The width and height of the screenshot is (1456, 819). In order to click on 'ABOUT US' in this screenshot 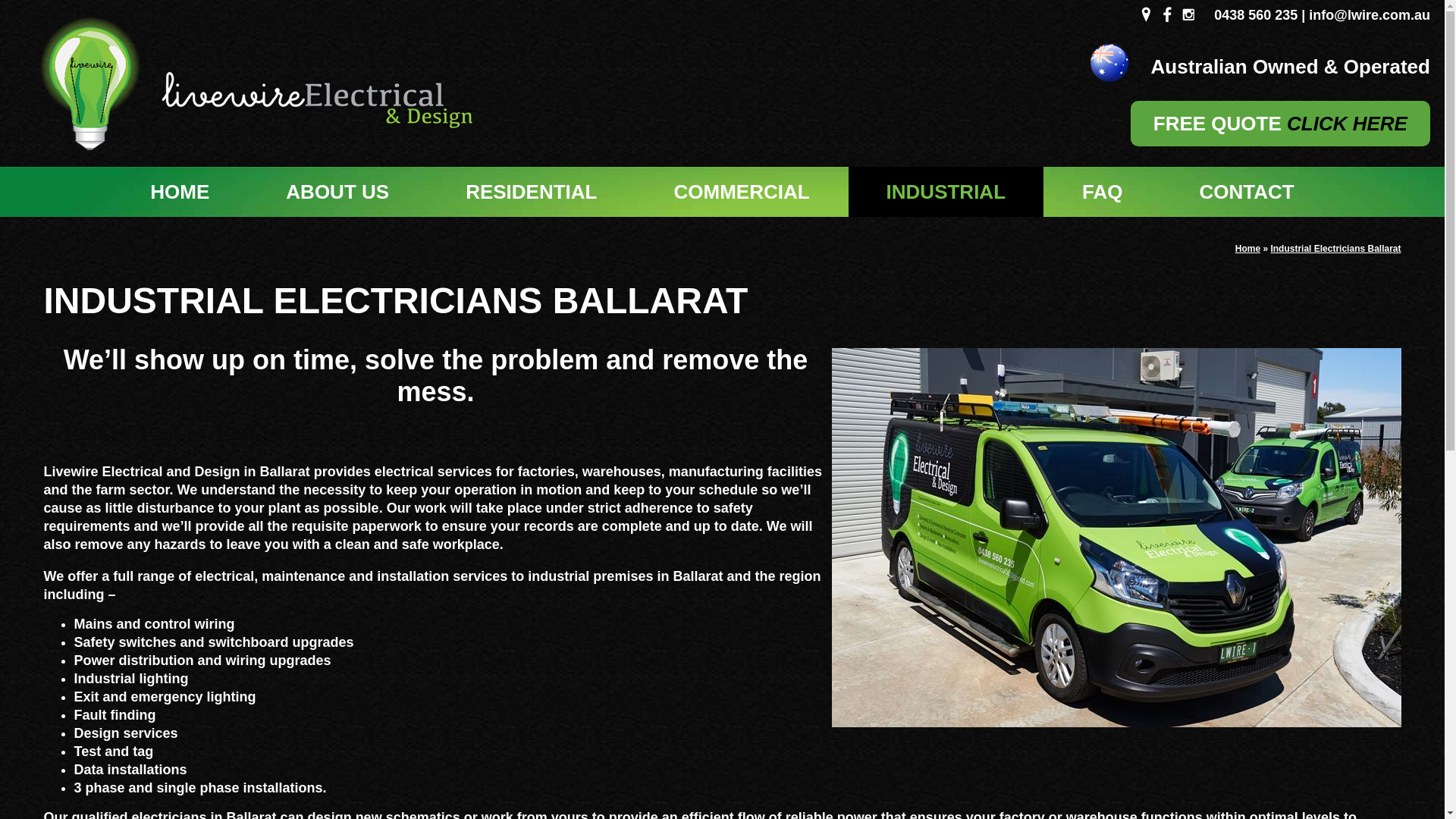, I will do `click(337, 191)`.